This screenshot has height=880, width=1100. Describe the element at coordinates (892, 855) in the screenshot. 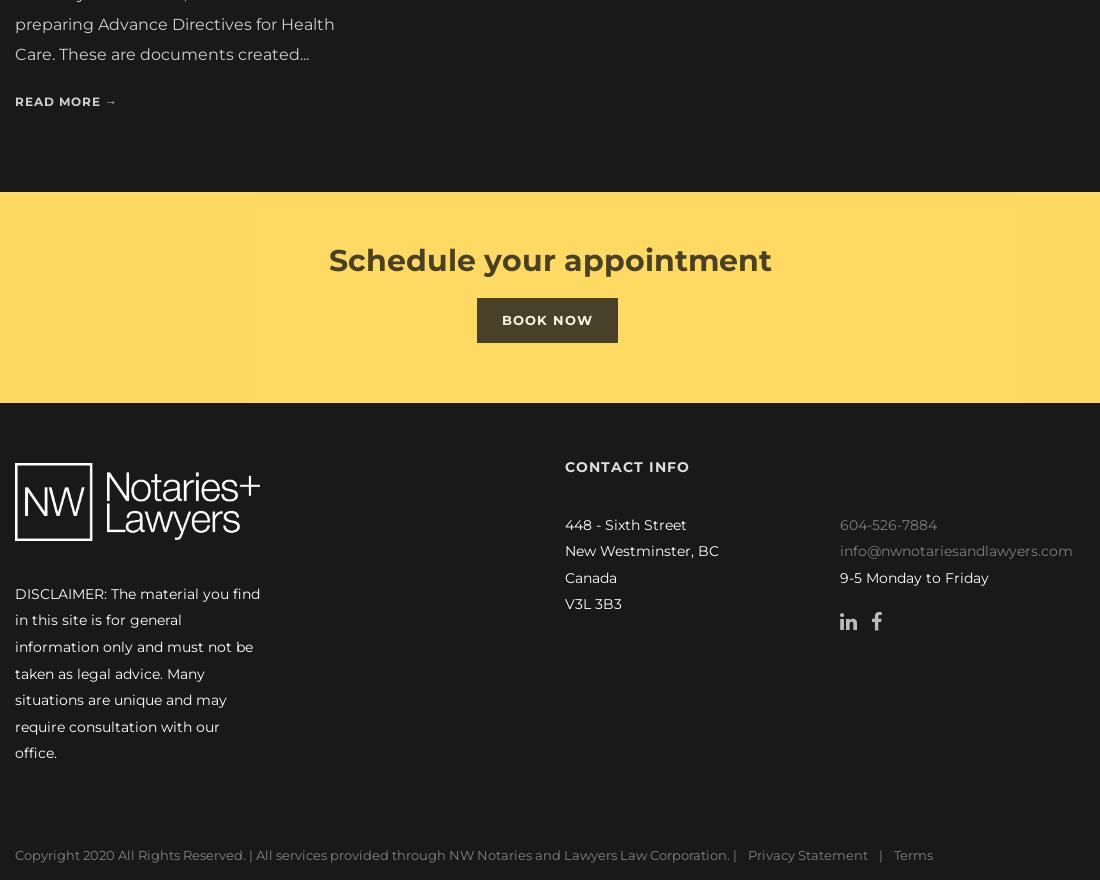

I see `'Terms'` at that location.